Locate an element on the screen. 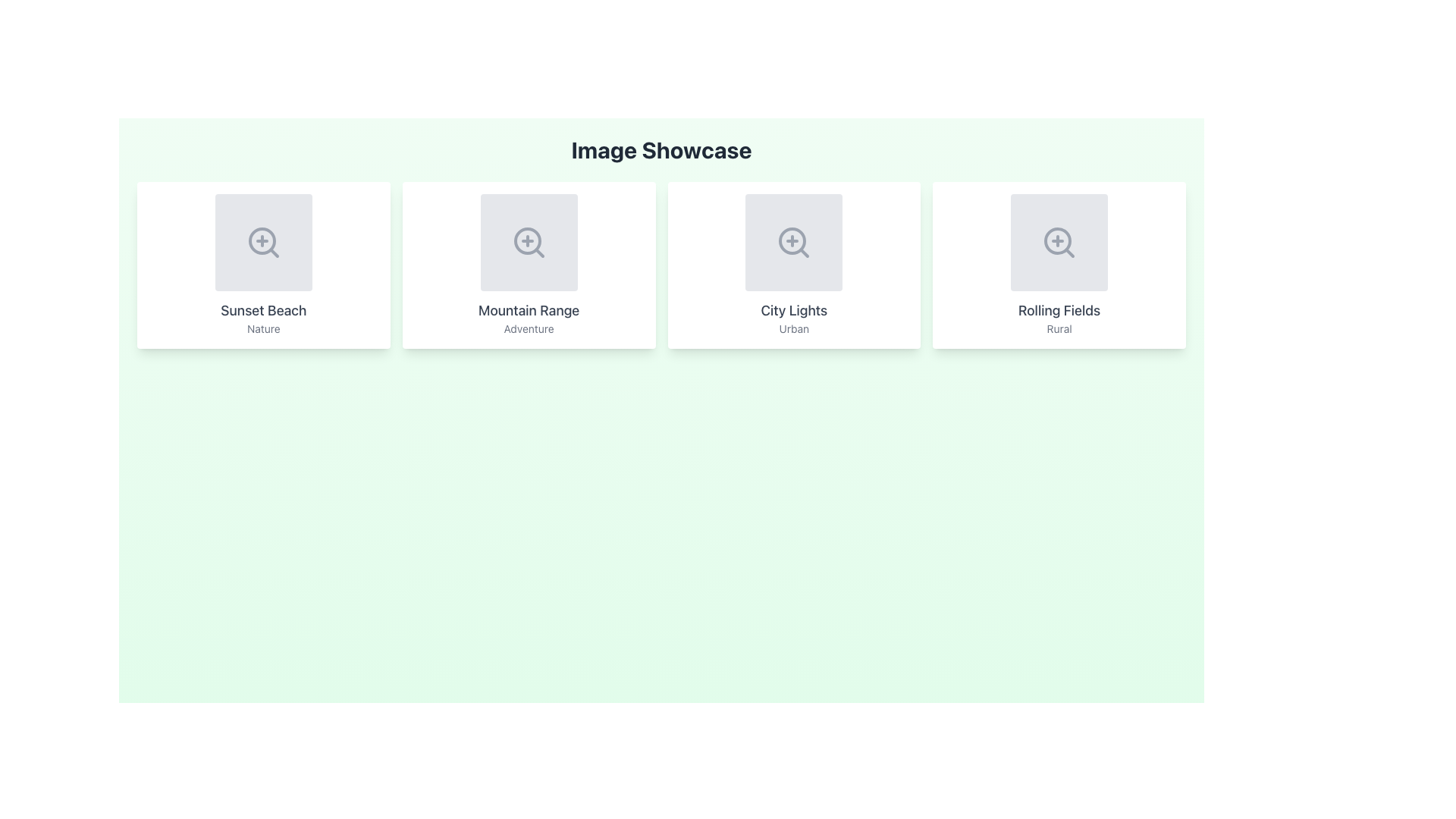  the 'Nature' text label located below the 'Sunset Beach' title within the 'Sunset Beach' card, which is the leftmost card in the grid layout is located at coordinates (263, 328).